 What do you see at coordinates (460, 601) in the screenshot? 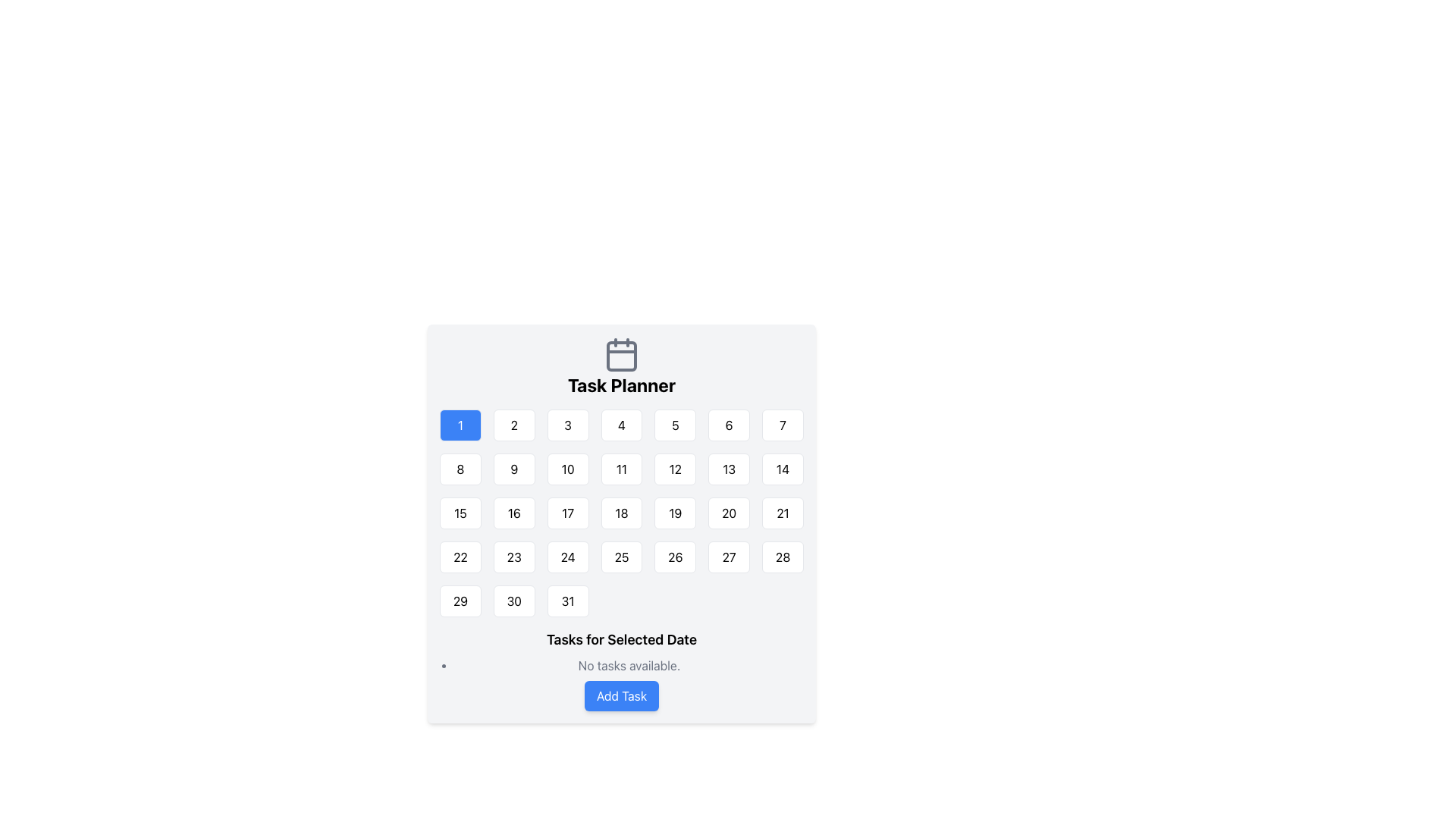
I see `the square button displaying the number '29' in bold black font, which has a white background and rounded borders` at bounding box center [460, 601].